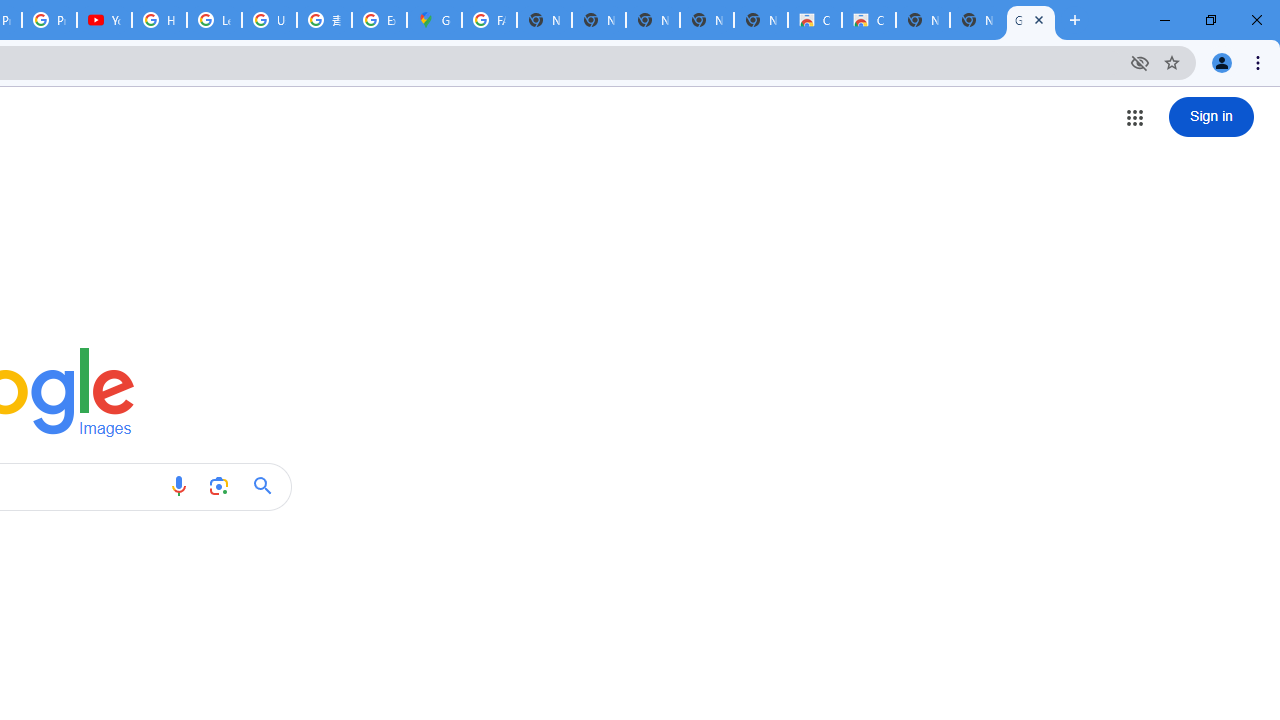  What do you see at coordinates (49, 20) in the screenshot?
I see `'Privacy Checkup'` at bounding box center [49, 20].